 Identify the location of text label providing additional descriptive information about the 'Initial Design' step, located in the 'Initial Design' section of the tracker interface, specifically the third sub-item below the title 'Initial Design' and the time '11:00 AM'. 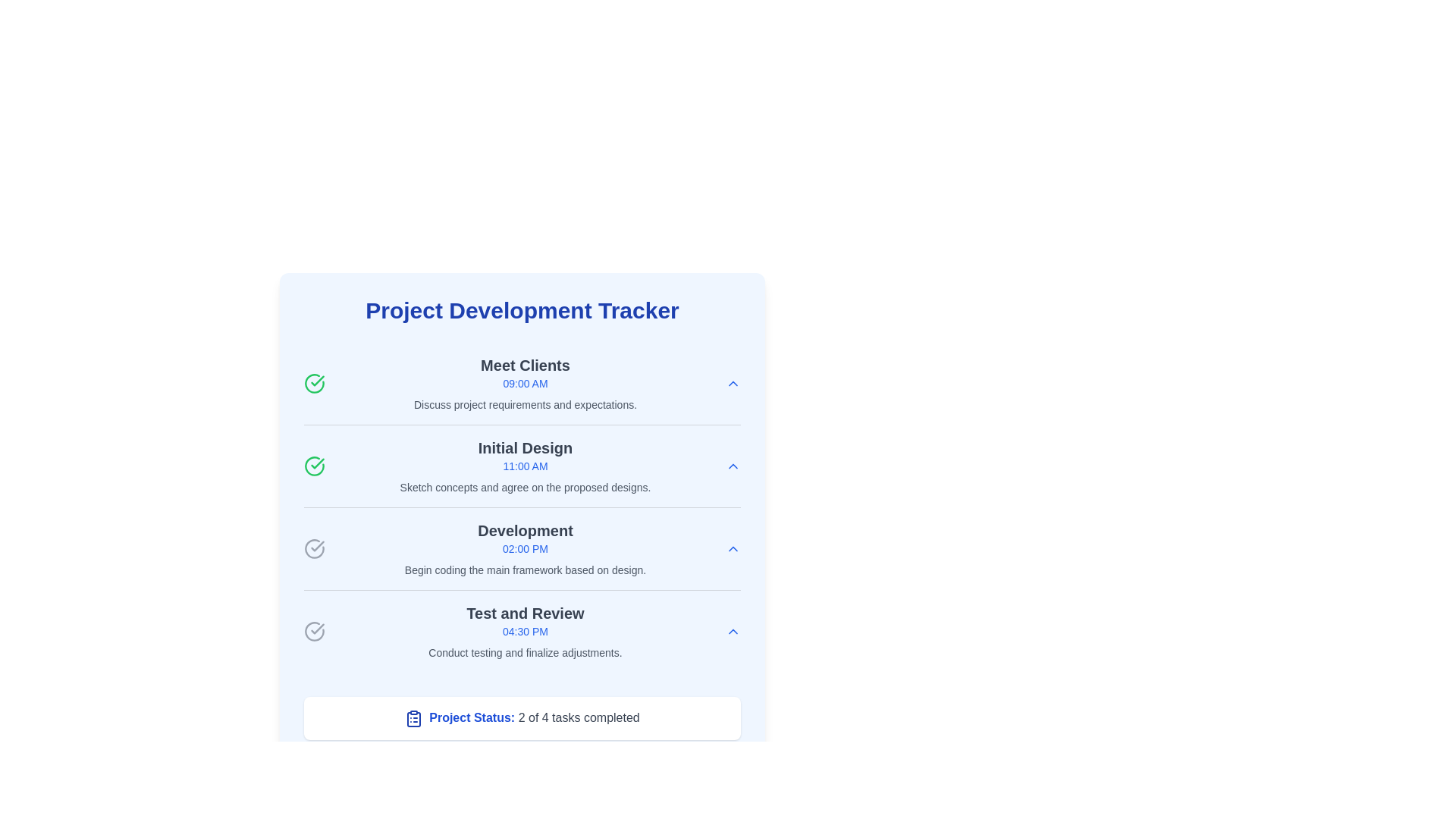
(525, 488).